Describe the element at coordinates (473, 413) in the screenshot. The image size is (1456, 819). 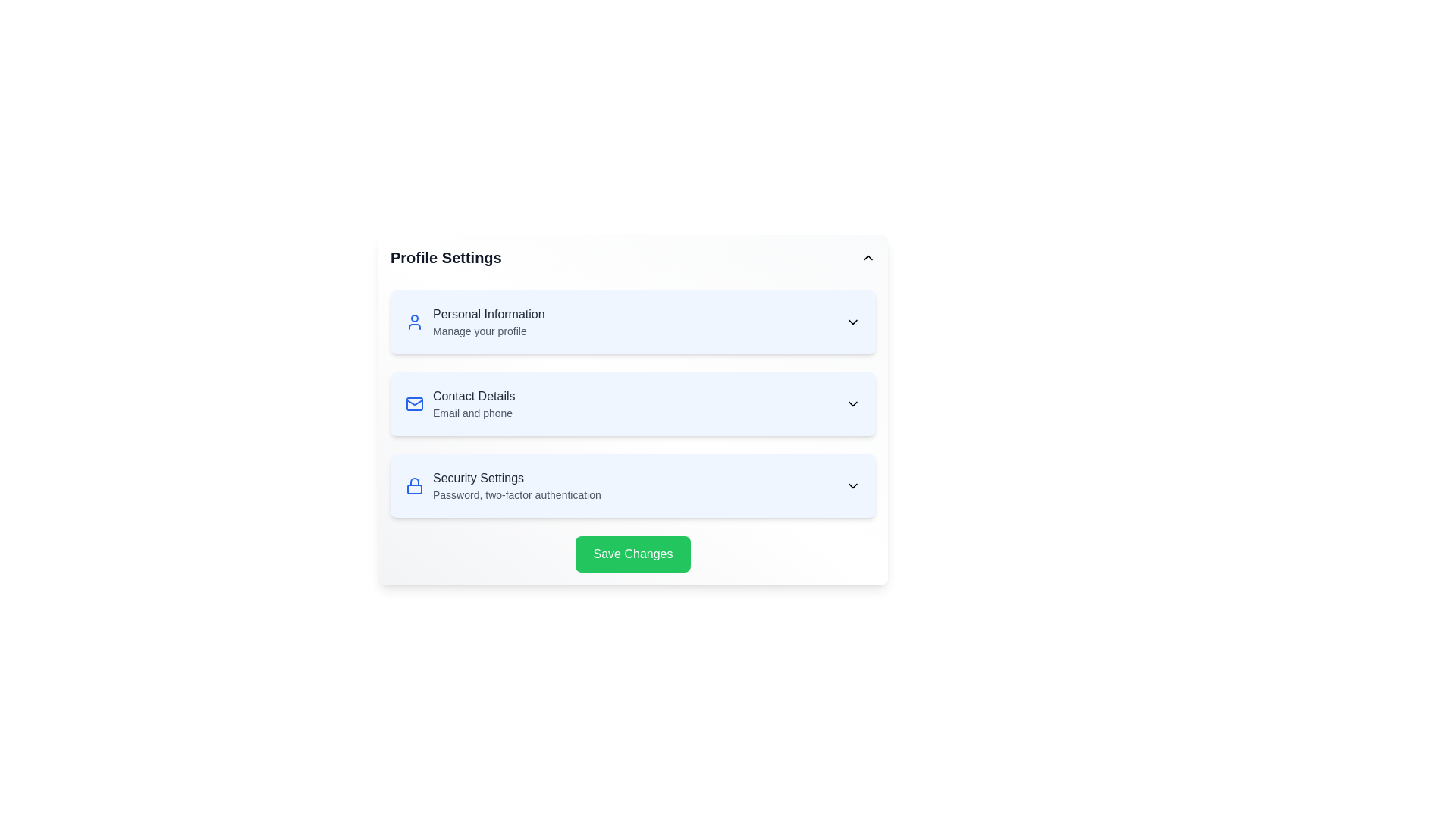
I see `the descriptive text label that provides additional context for the 'Contact Details' section, located below the 'Contact Details' title` at that location.